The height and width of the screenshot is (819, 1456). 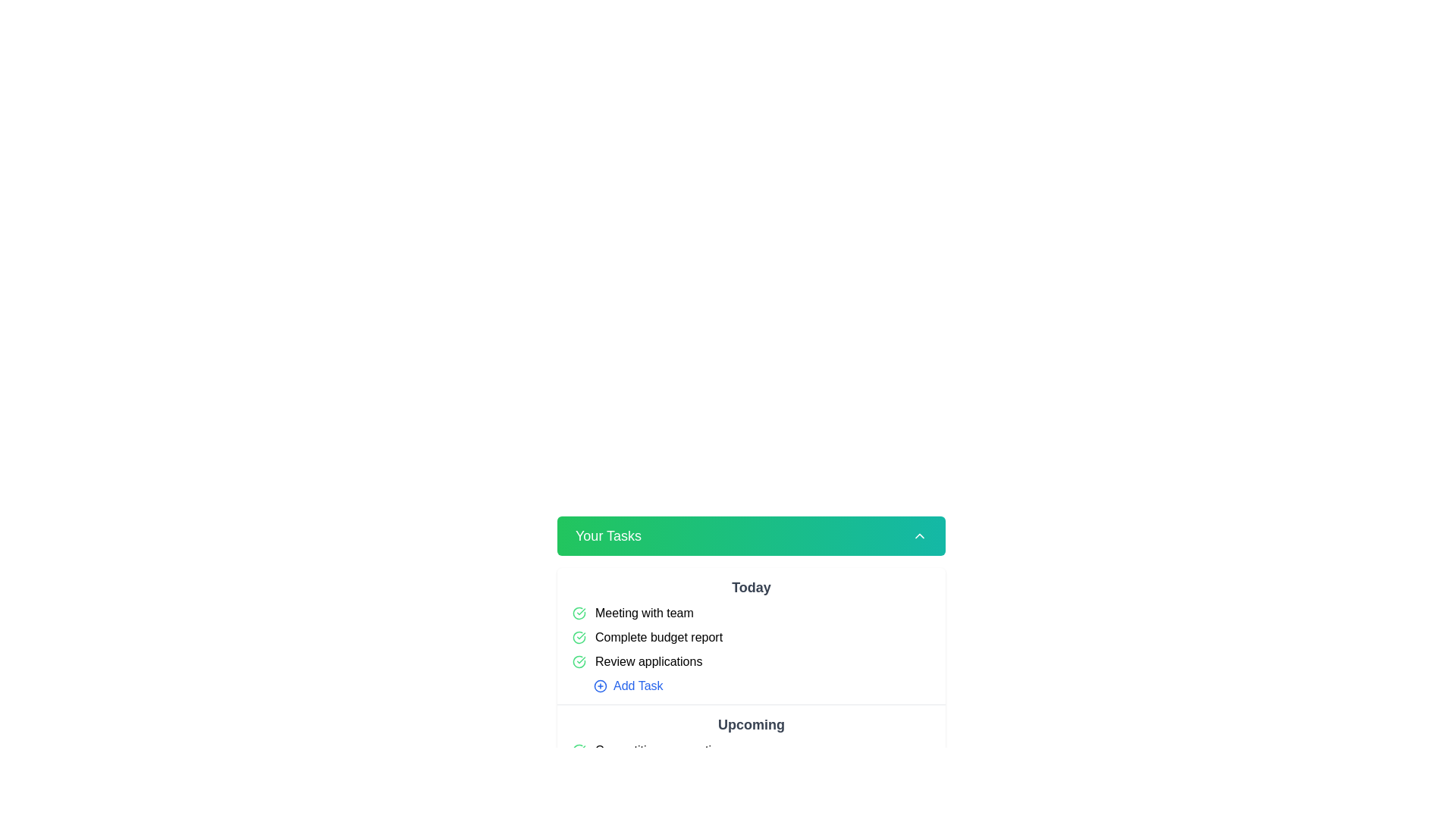 I want to click on the text label that says 'Upcoming', which is styled in bold, large font and is located at the bottom of the 'Today' section, so click(x=751, y=724).